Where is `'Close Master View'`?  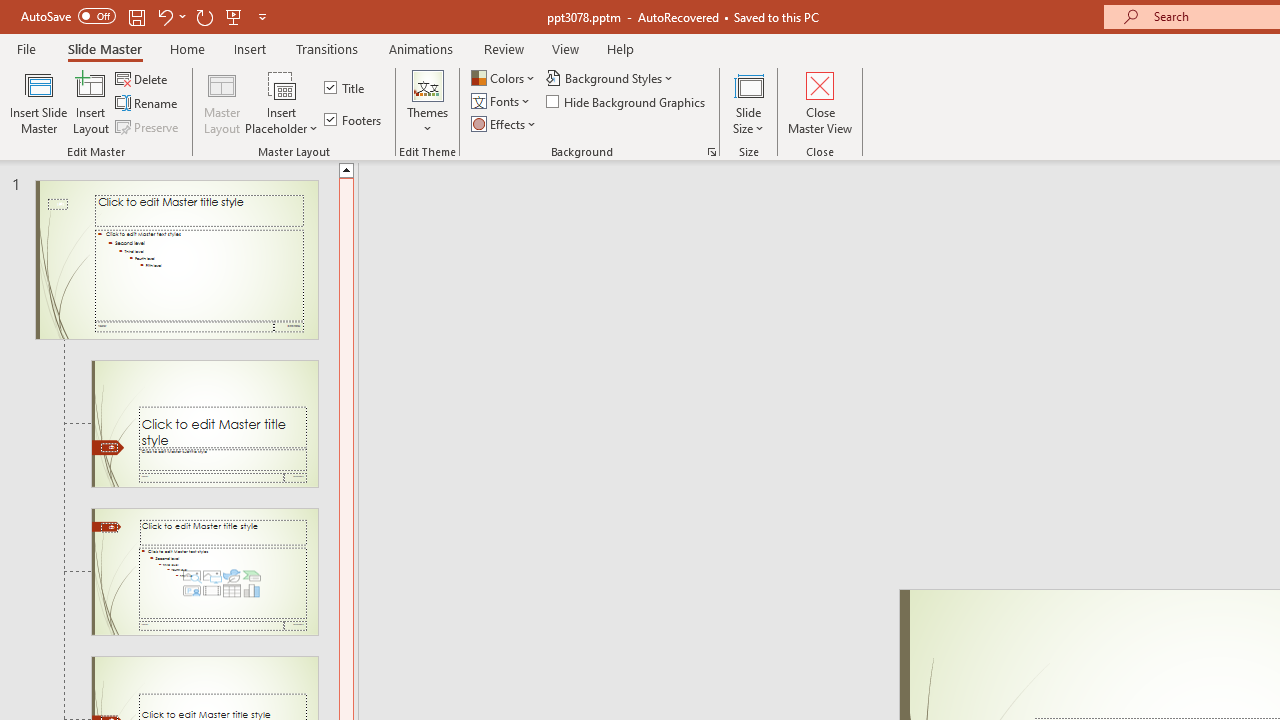 'Close Master View' is located at coordinates (820, 103).